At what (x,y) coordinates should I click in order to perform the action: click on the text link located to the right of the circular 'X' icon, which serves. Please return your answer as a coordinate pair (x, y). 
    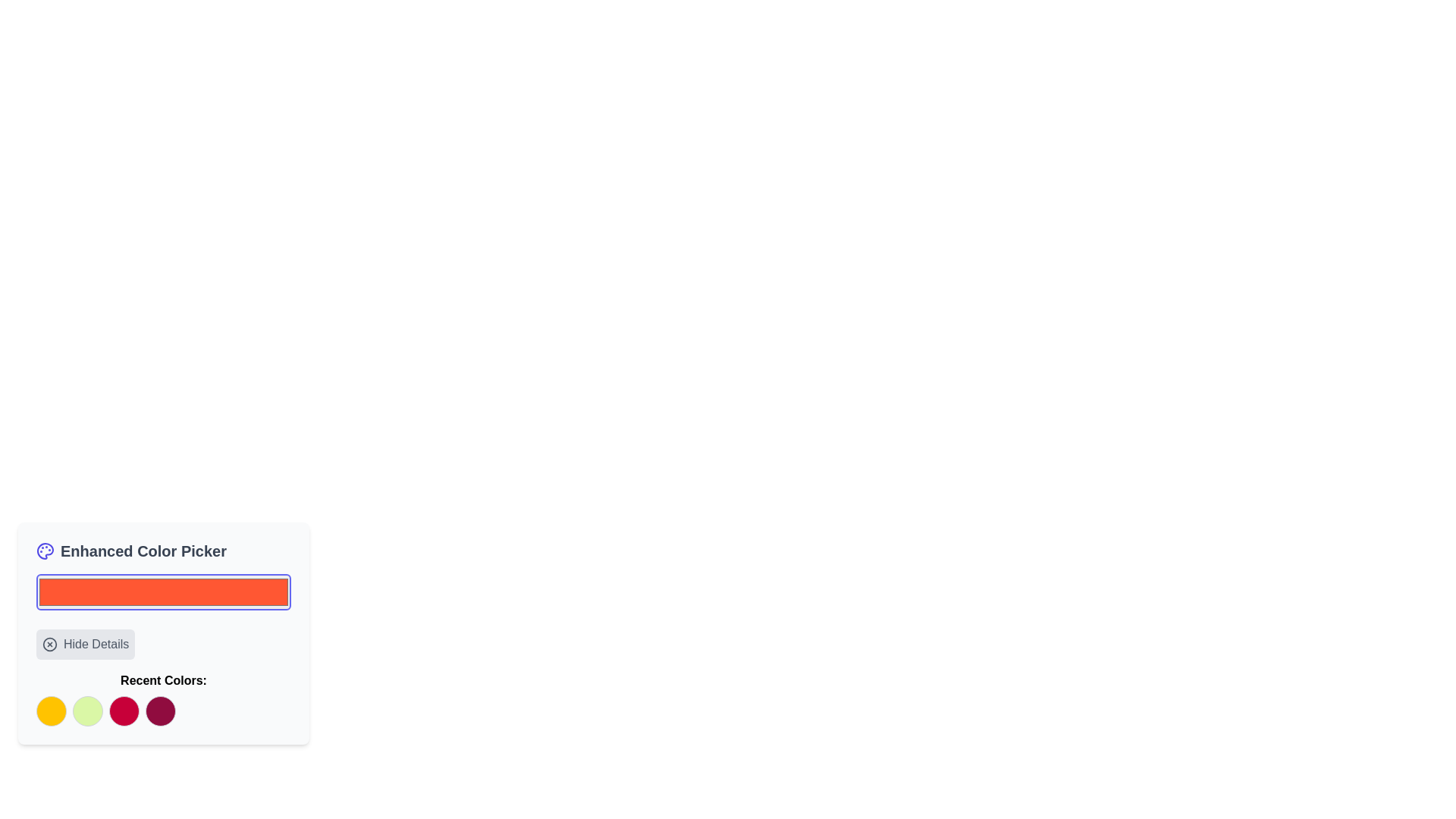
    Looking at the image, I should click on (95, 644).